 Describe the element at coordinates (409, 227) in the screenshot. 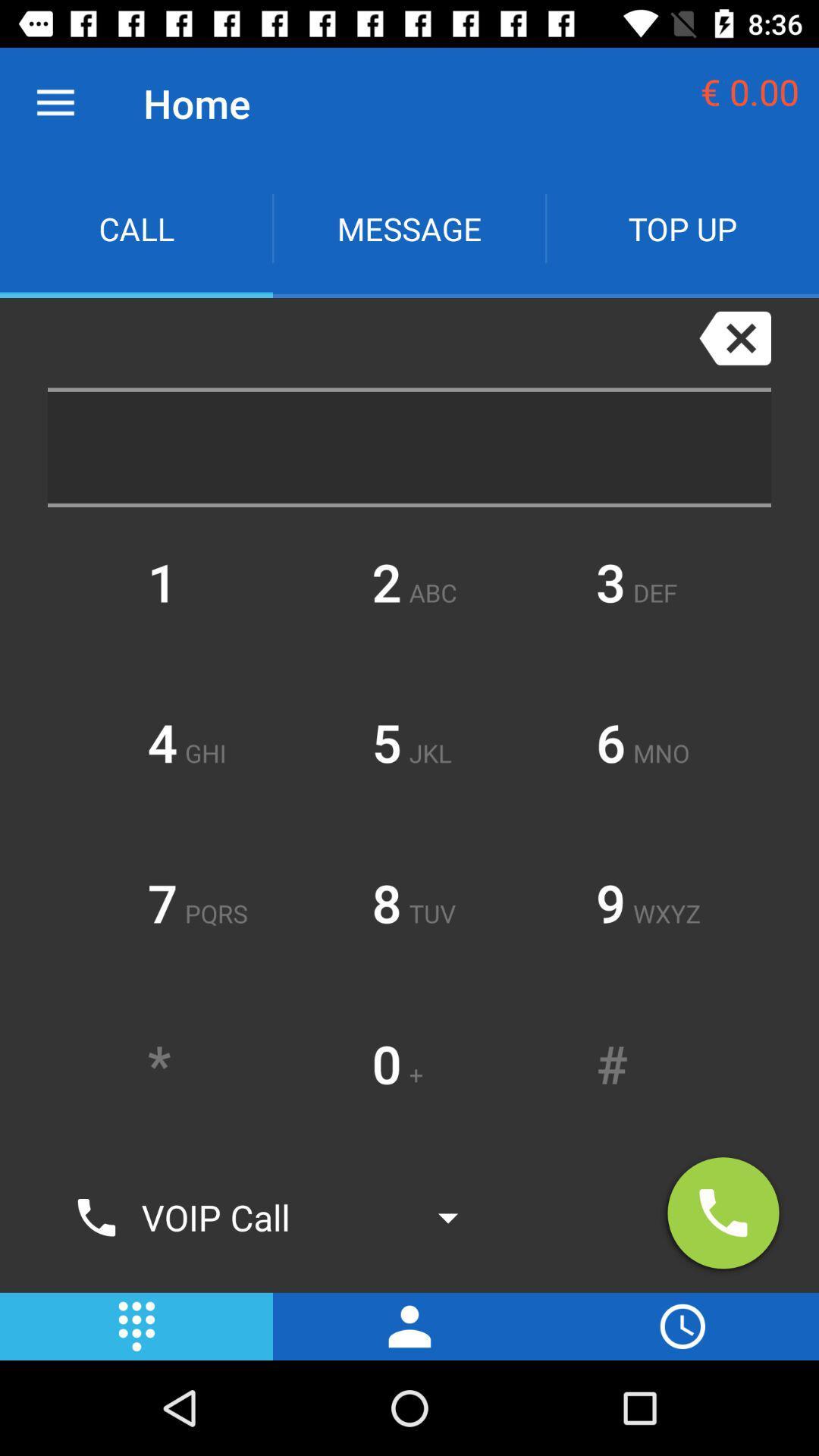

I see `app to the left of the top up icon` at that location.